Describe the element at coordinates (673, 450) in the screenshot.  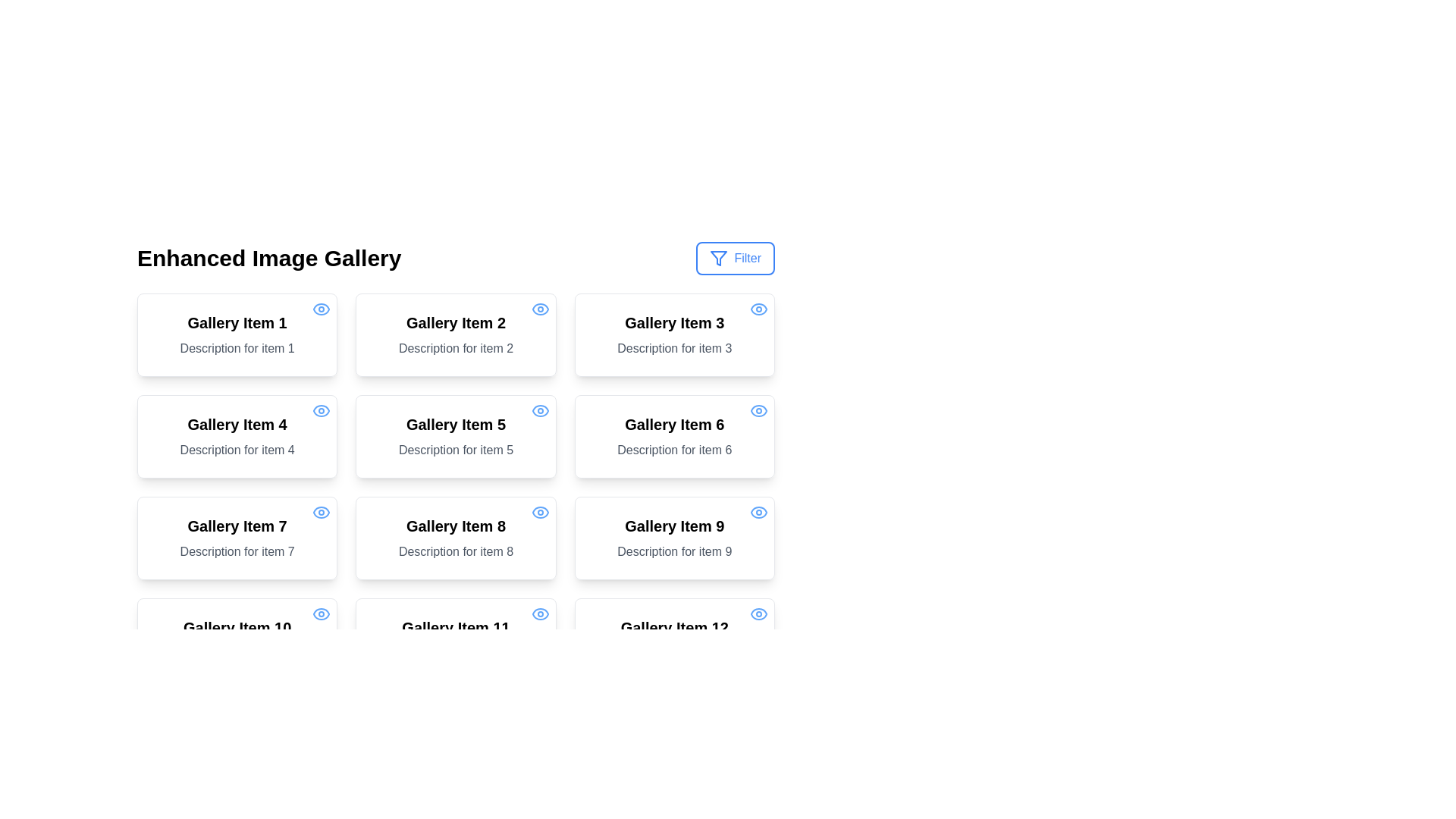
I see `the gray text label displaying 'Description for item 6' located at the center of the lower portion of the item card titled 'Gallery Item 6'` at that location.